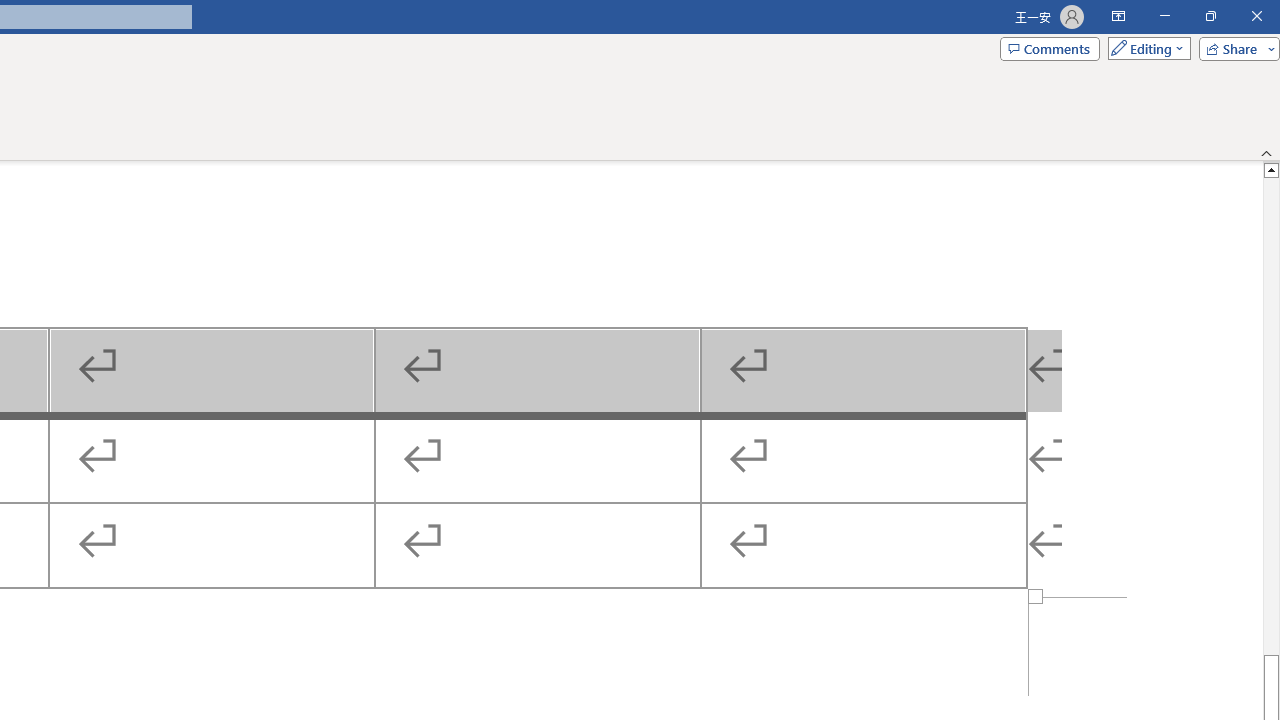 The image size is (1280, 720). I want to click on 'Editing', so click(1144, 47).